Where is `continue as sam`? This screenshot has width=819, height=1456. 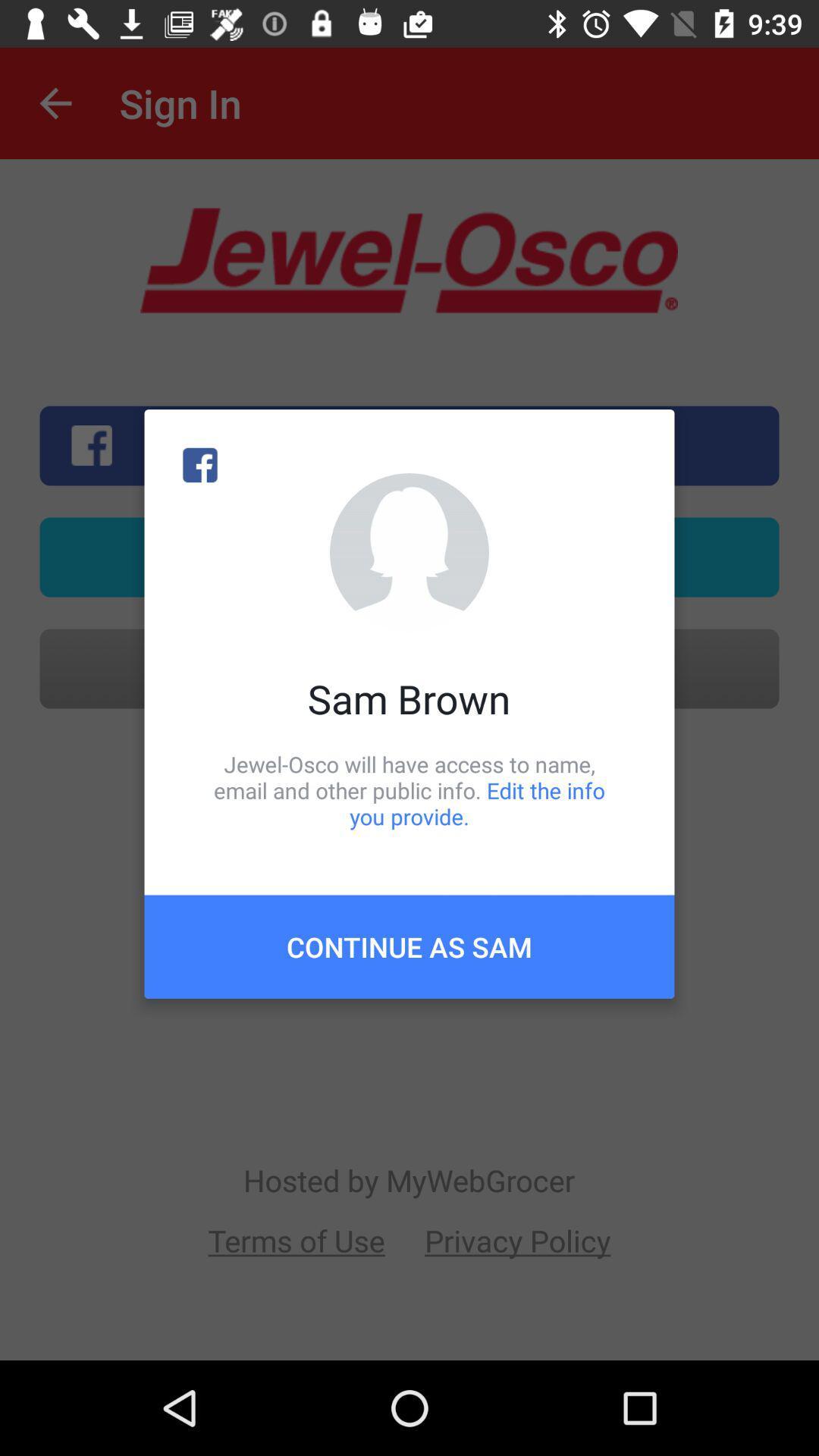 continue as sam is located at coordinates (409, 946).